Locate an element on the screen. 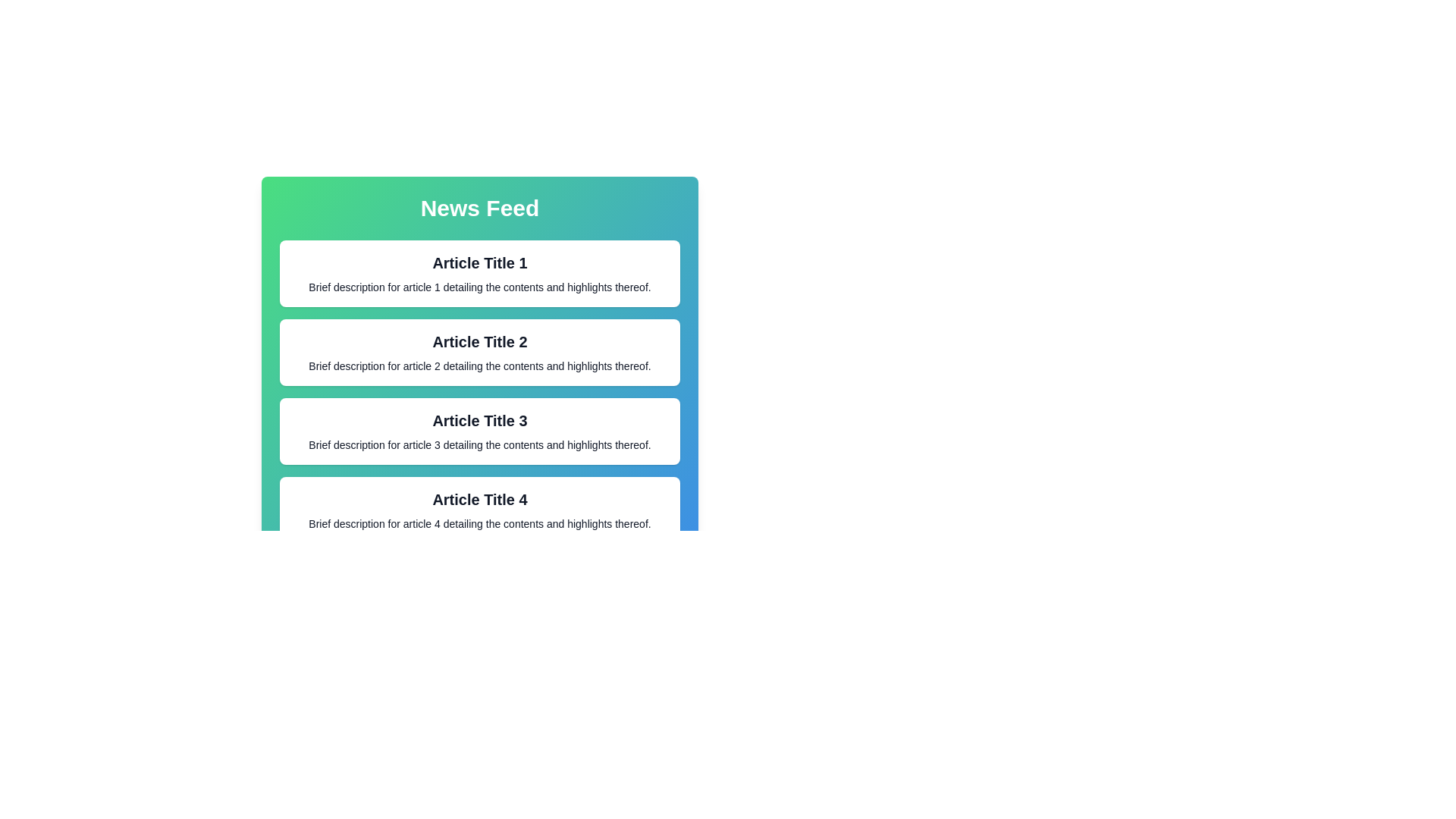 The image size is (1456, 819). text label that summarizes the contents of 'Article Title 1', which is positioned below the title within the first card of the News Feed section is located at coordinates (479, 287).